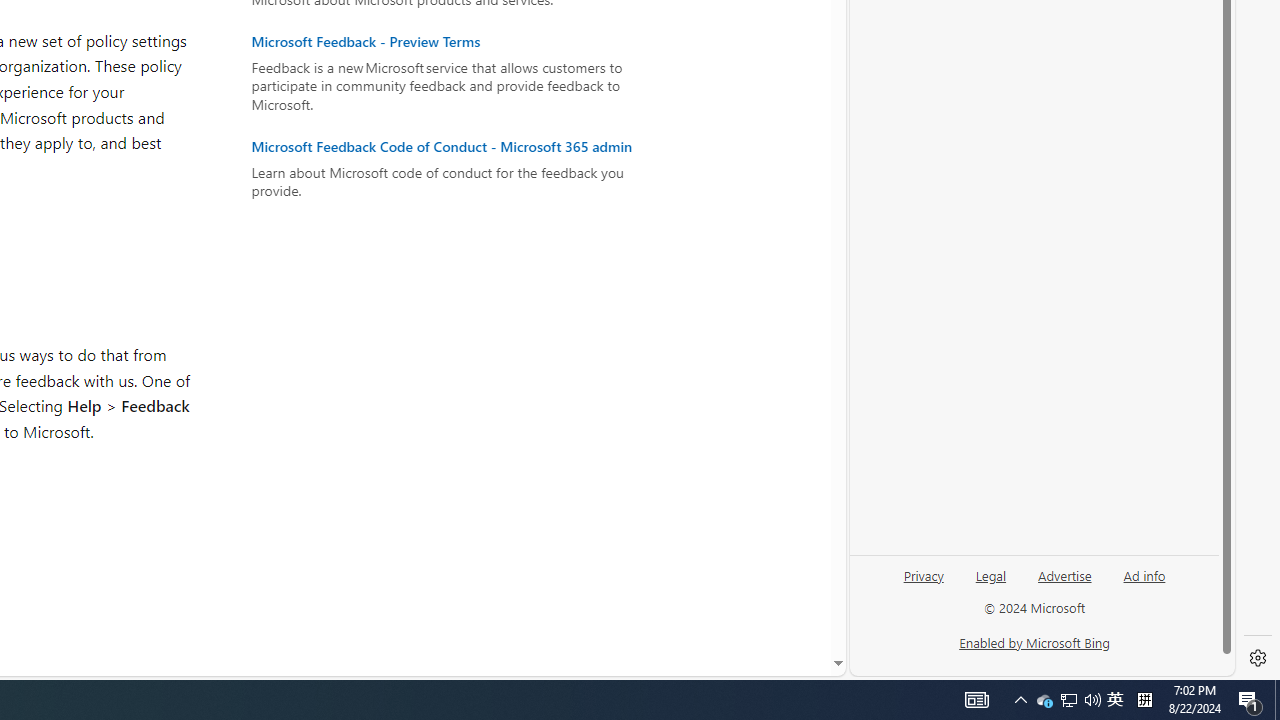 The width and height of the screenshot is (1280, 720). Describe the element at coordinates (990, 583) in the screenshot. I see `'Legal'` at that location.